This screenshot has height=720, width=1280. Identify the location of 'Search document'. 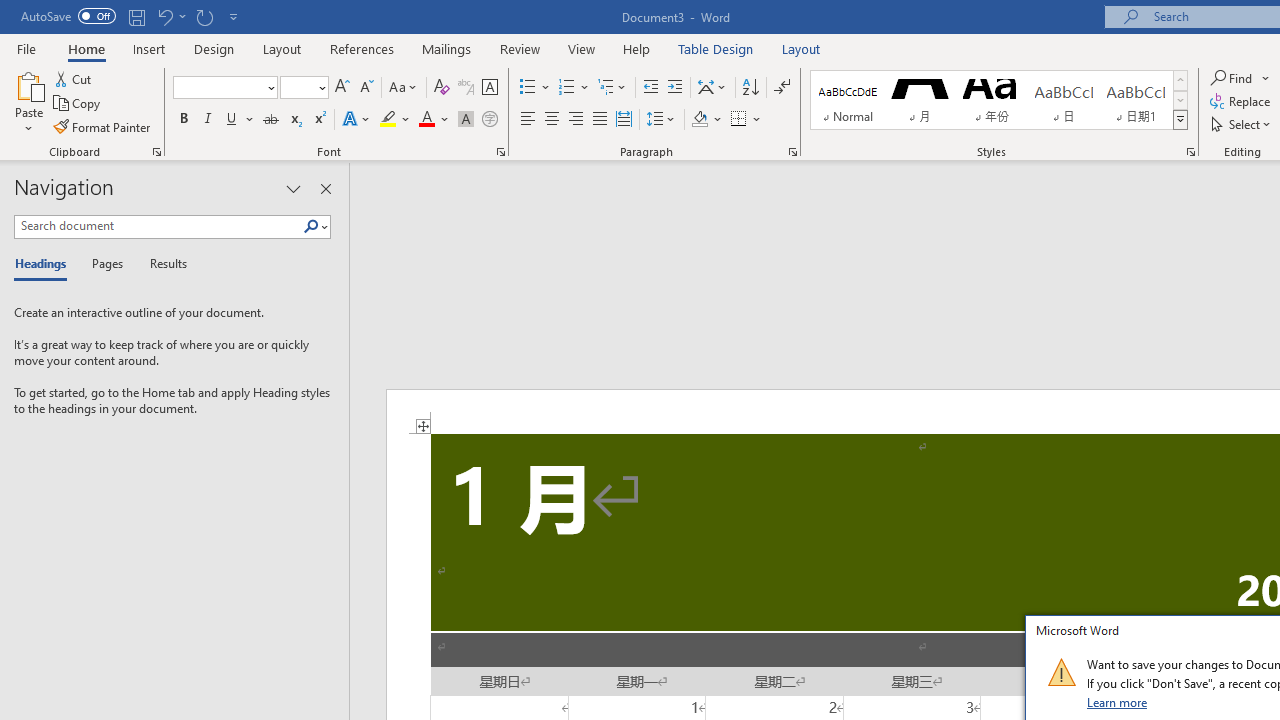
(157, 225).